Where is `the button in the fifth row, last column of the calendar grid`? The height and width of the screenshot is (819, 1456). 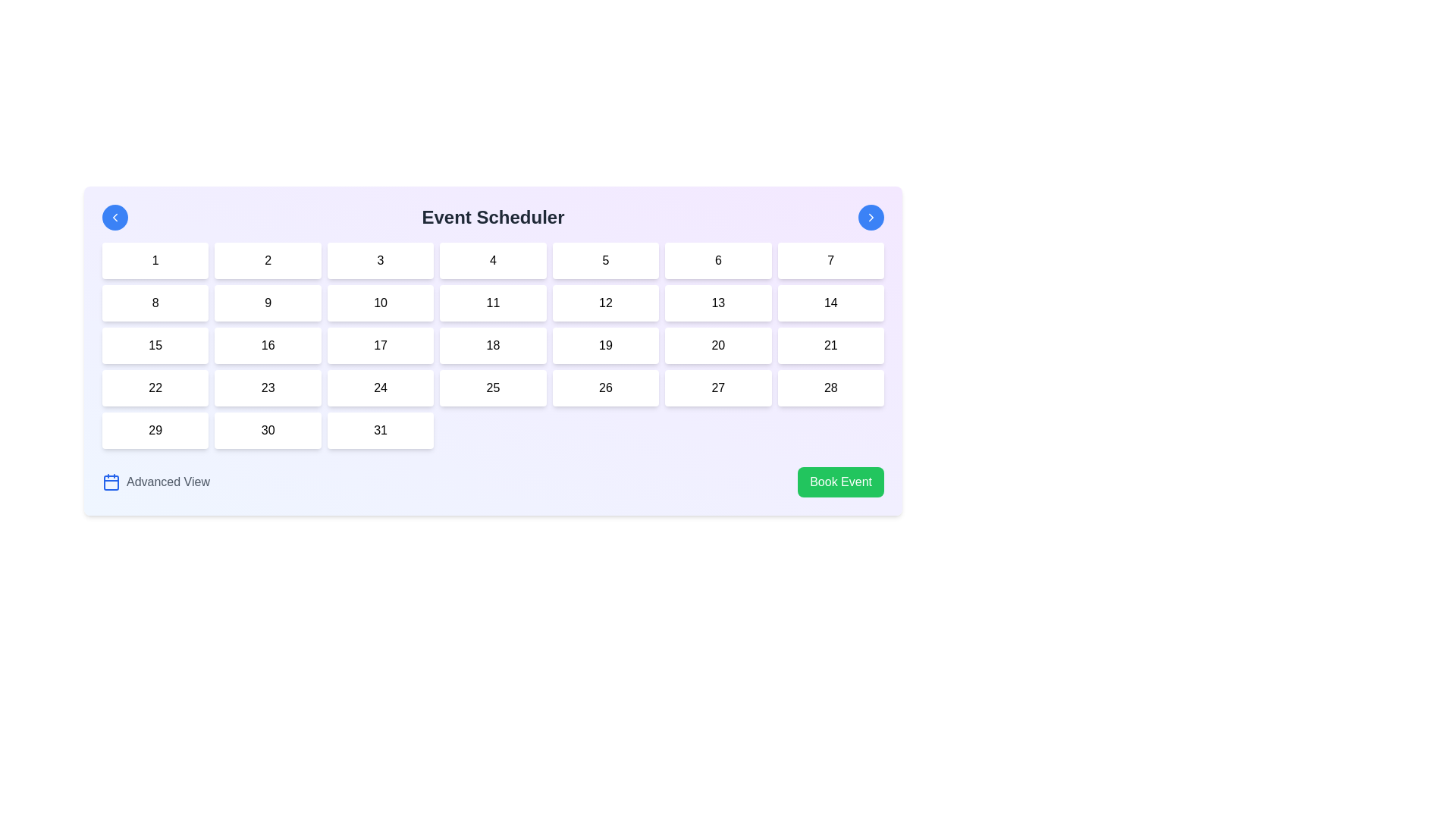 the button in the fifth row, last column of the calendar grid is located at coordinates (830, 345).